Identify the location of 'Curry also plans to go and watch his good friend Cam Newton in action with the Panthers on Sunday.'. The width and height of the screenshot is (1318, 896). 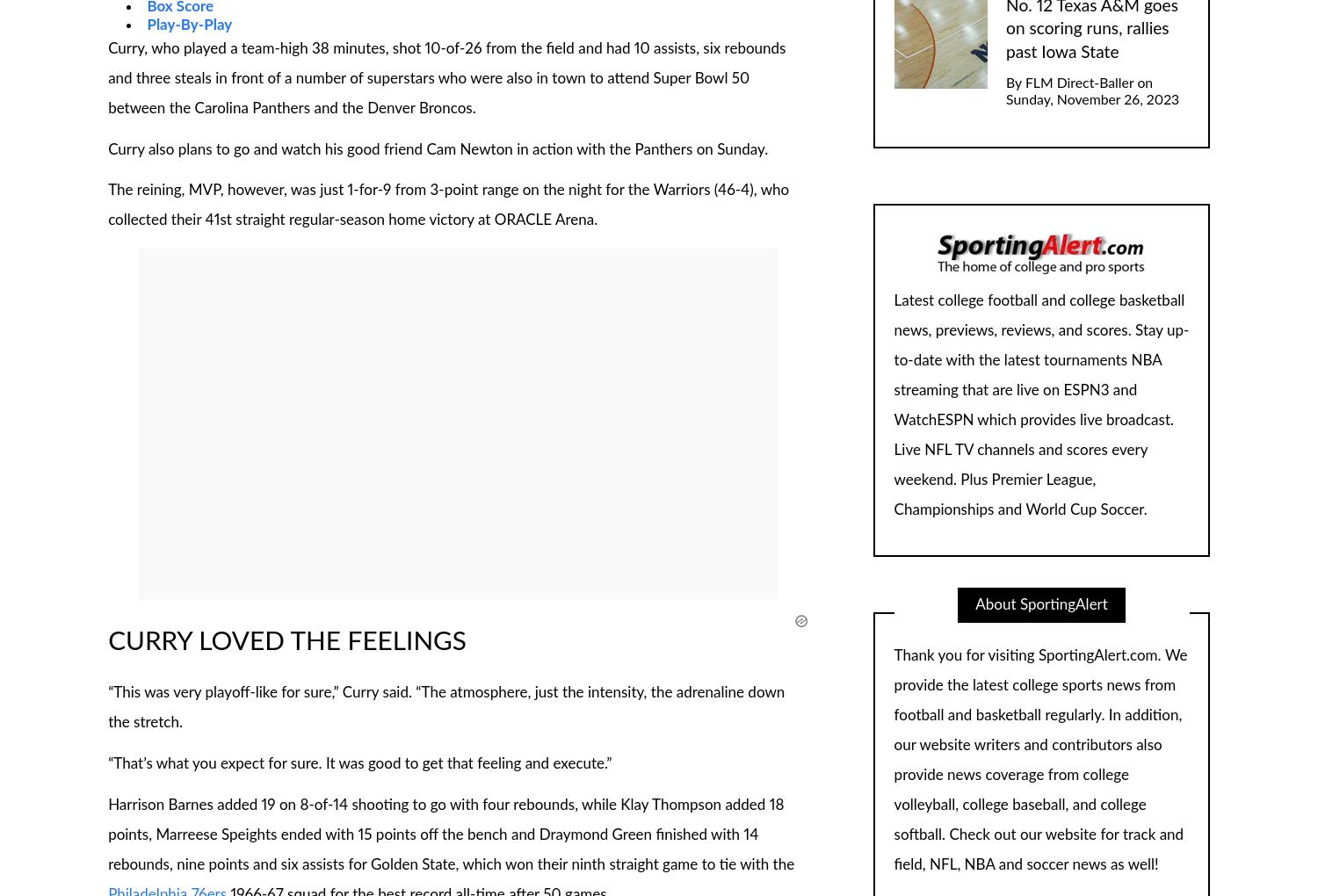
(437, 148).